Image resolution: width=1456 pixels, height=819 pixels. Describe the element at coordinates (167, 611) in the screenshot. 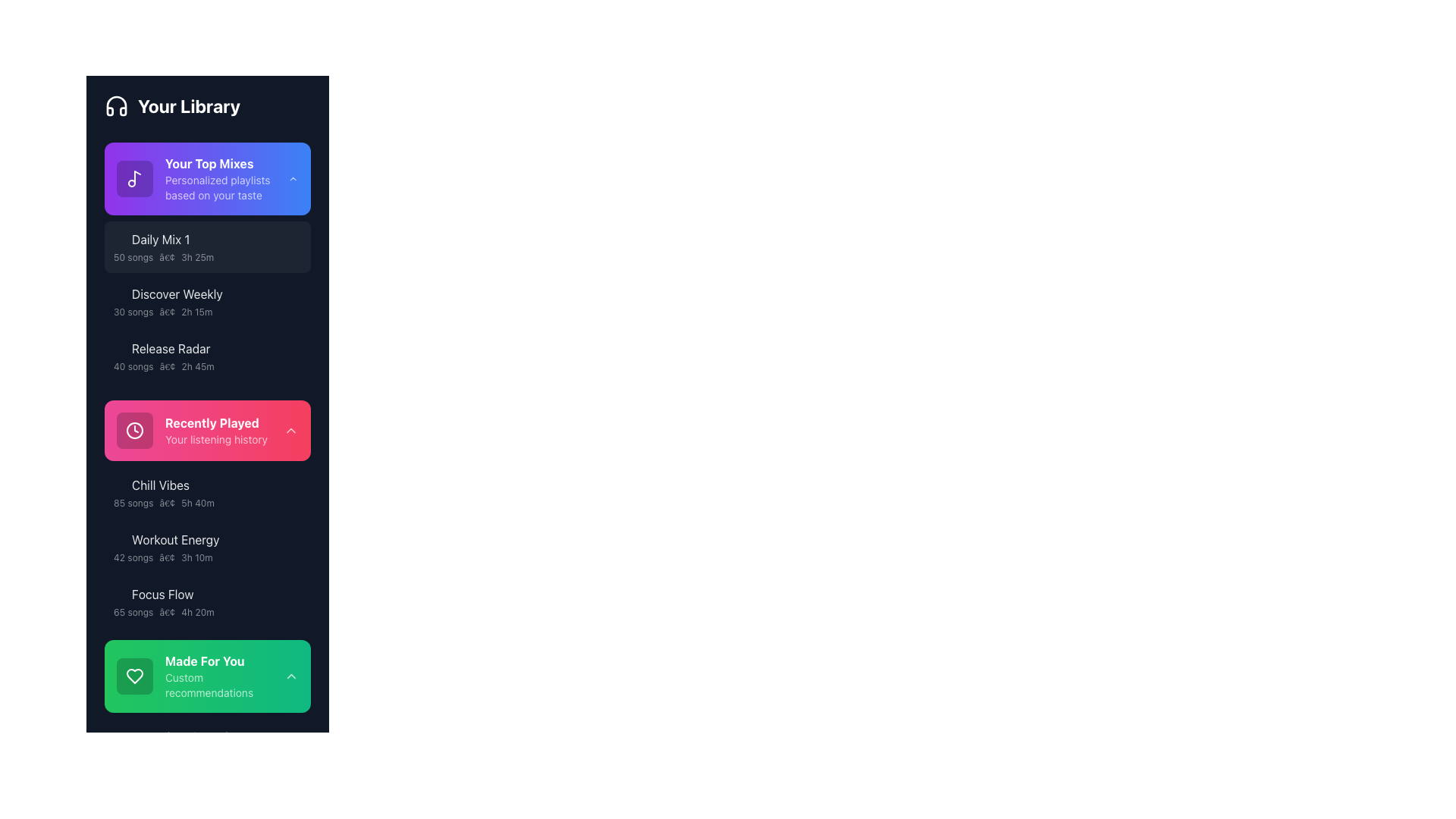

I see `the textual symbol element that serves as a separator between '65 songs' and '4h 20m'` at that location.